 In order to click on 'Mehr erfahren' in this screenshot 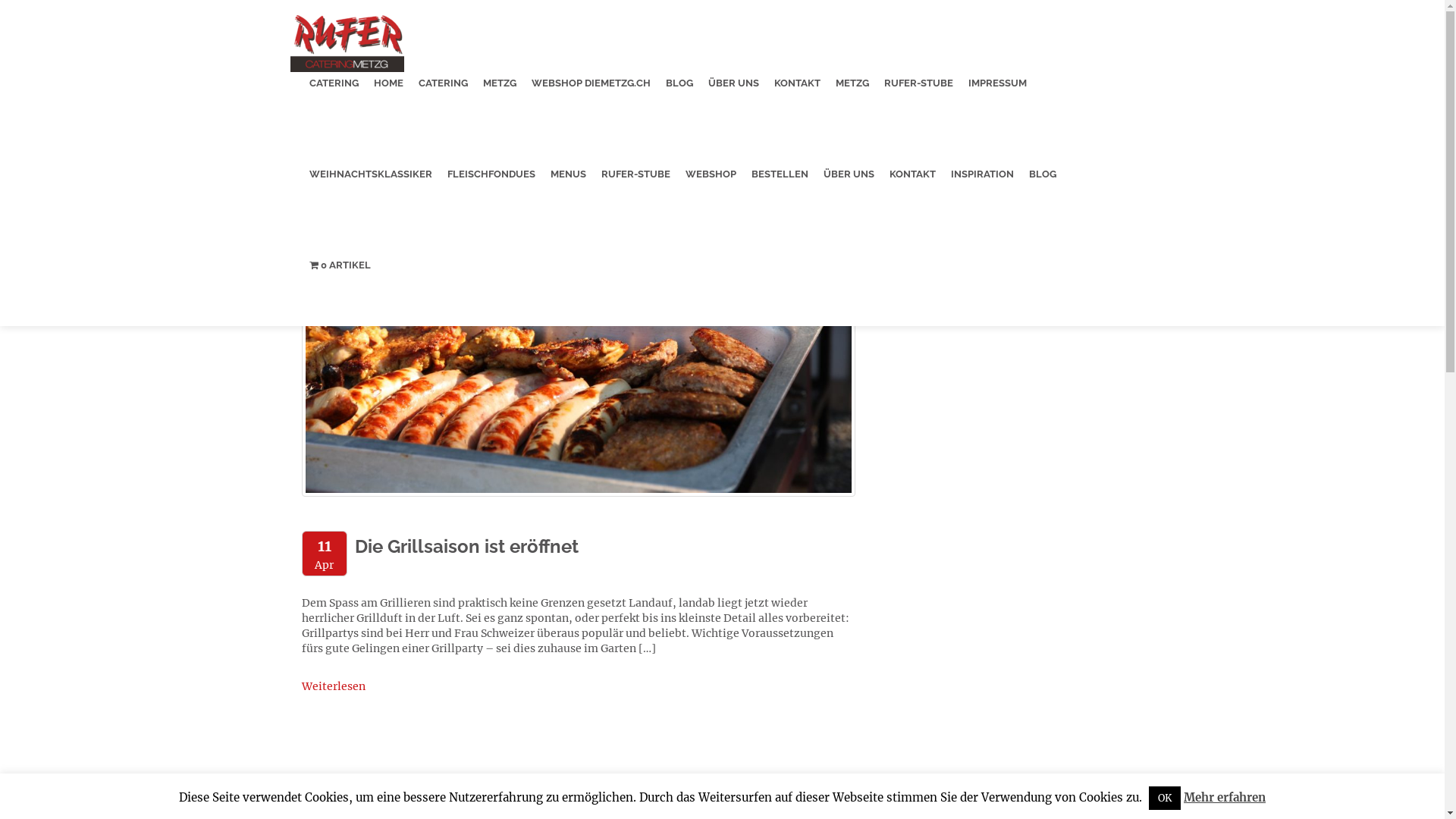, I will do `click(1224, 796)`.